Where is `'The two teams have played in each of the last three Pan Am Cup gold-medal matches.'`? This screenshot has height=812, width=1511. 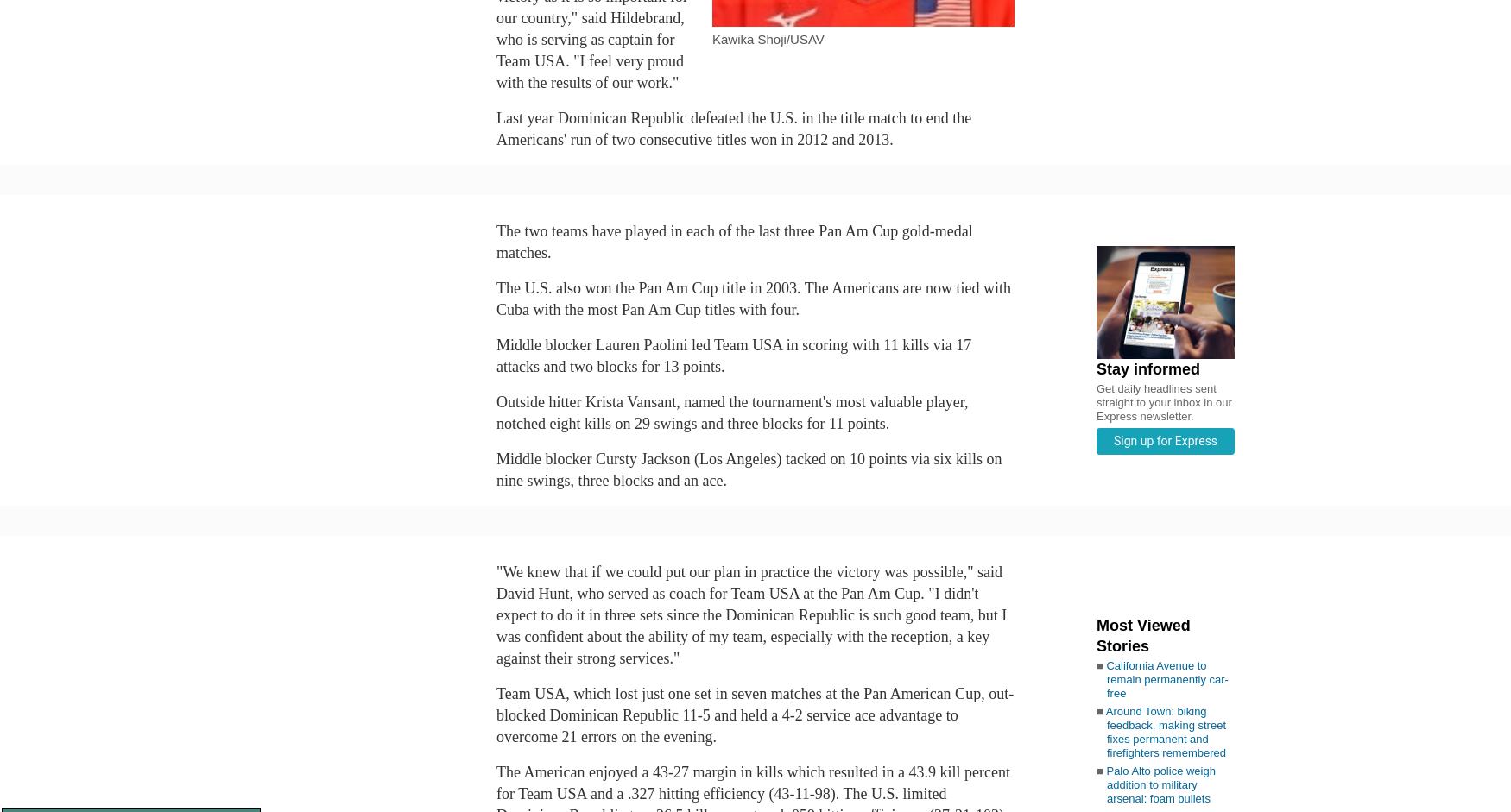
'The two teams have played in each of the last three Pan Am Cup gold-medal matches.' is located at coordinates (496, 242).